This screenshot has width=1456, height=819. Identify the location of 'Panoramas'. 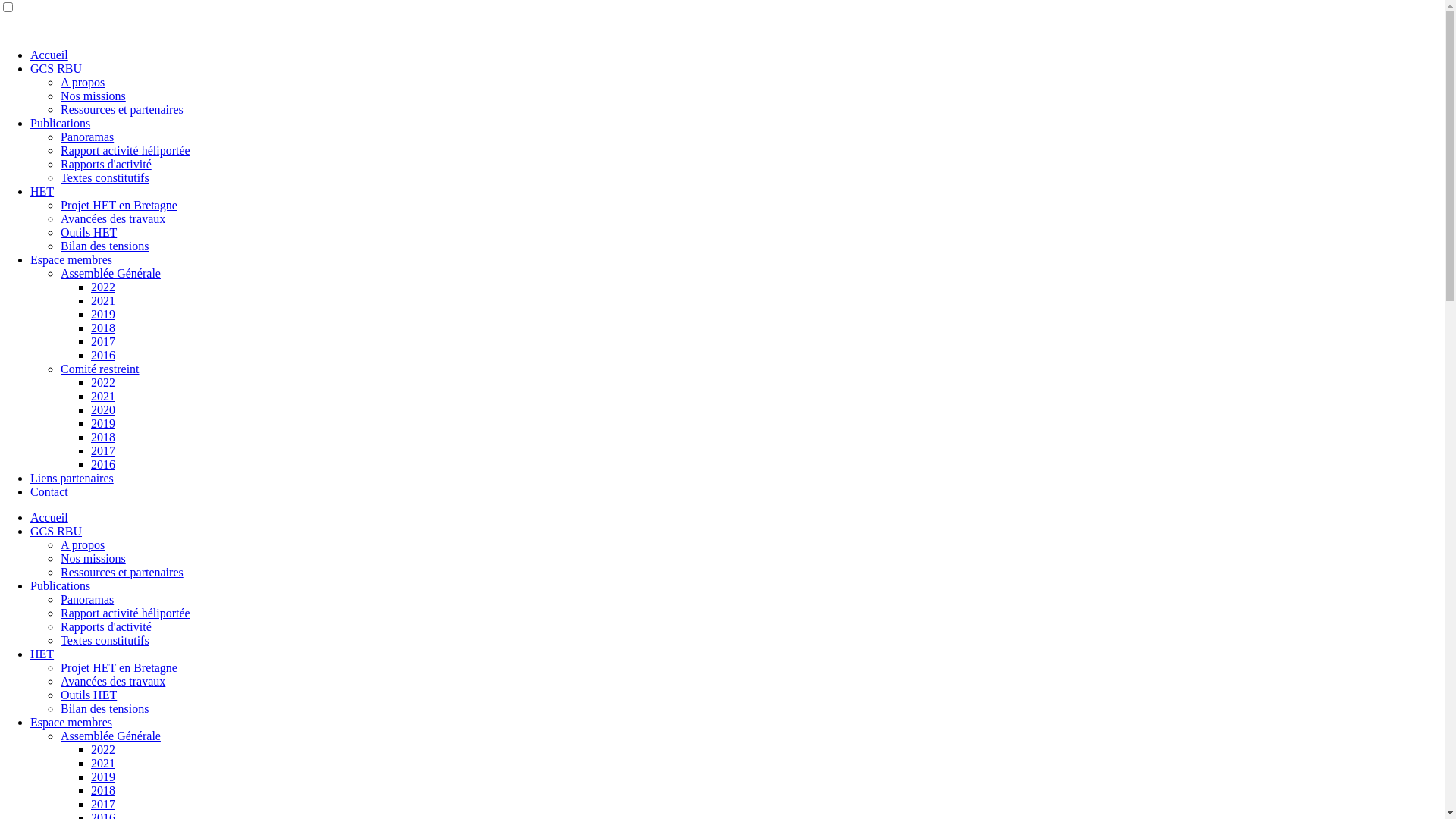
(61, 598).